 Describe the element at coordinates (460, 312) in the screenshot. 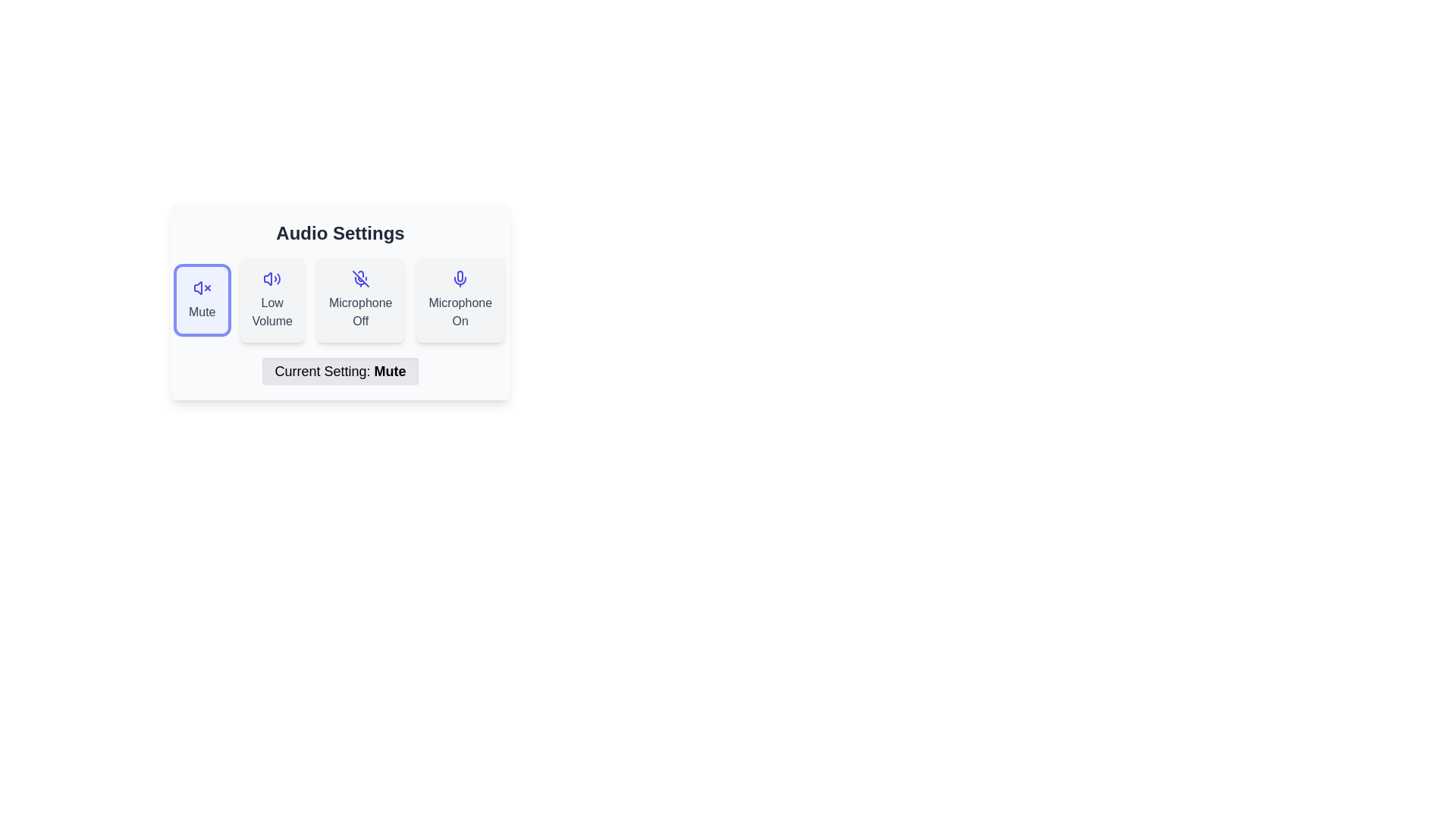

I see `the Text Label indicating the 'Microphone On' button in the 'Audio Settings' section, located in the top row, far right among four buttons` at that location.